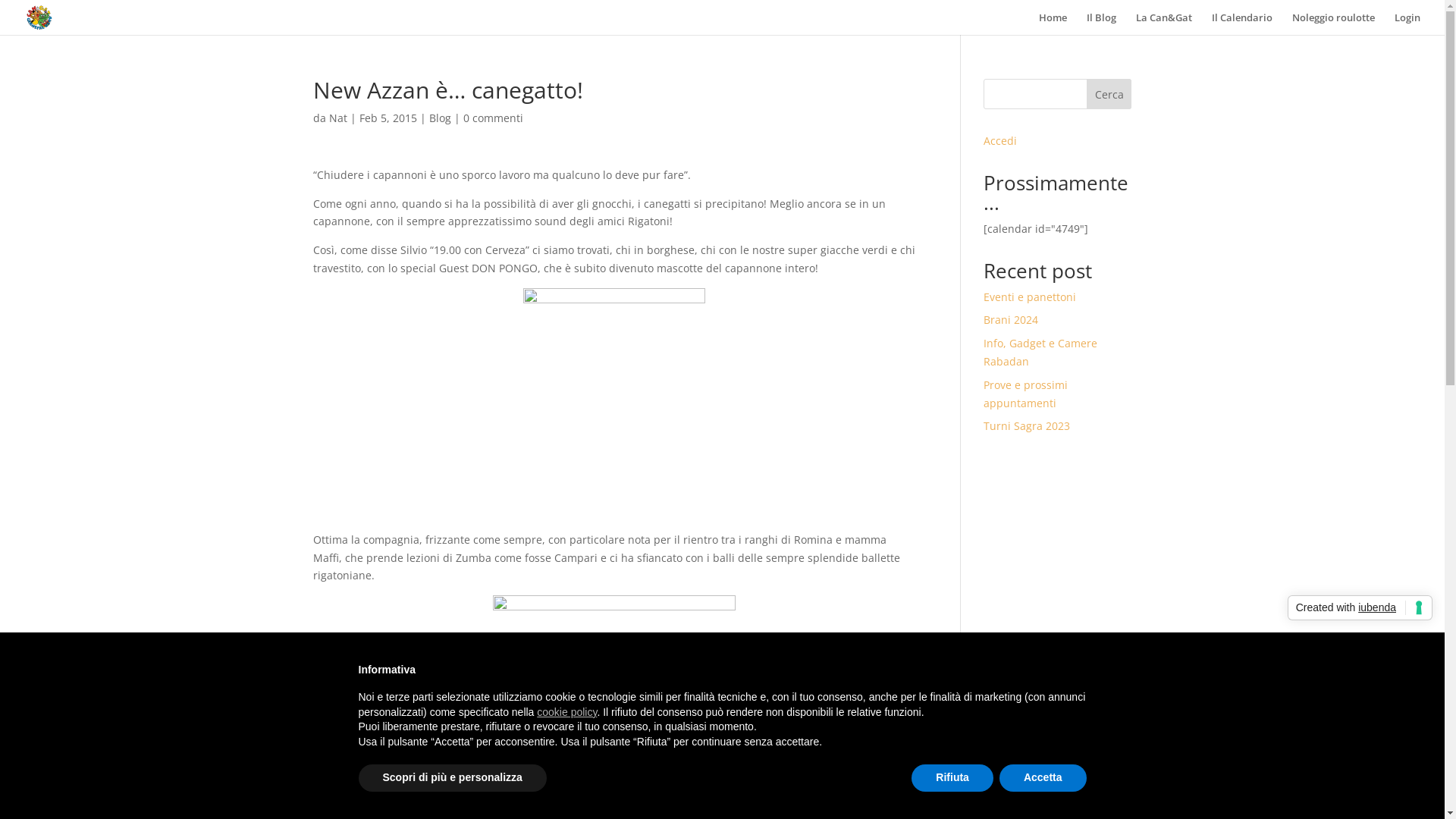  I want to click on 'Turni Sagra 2023', so click(1026, 425).